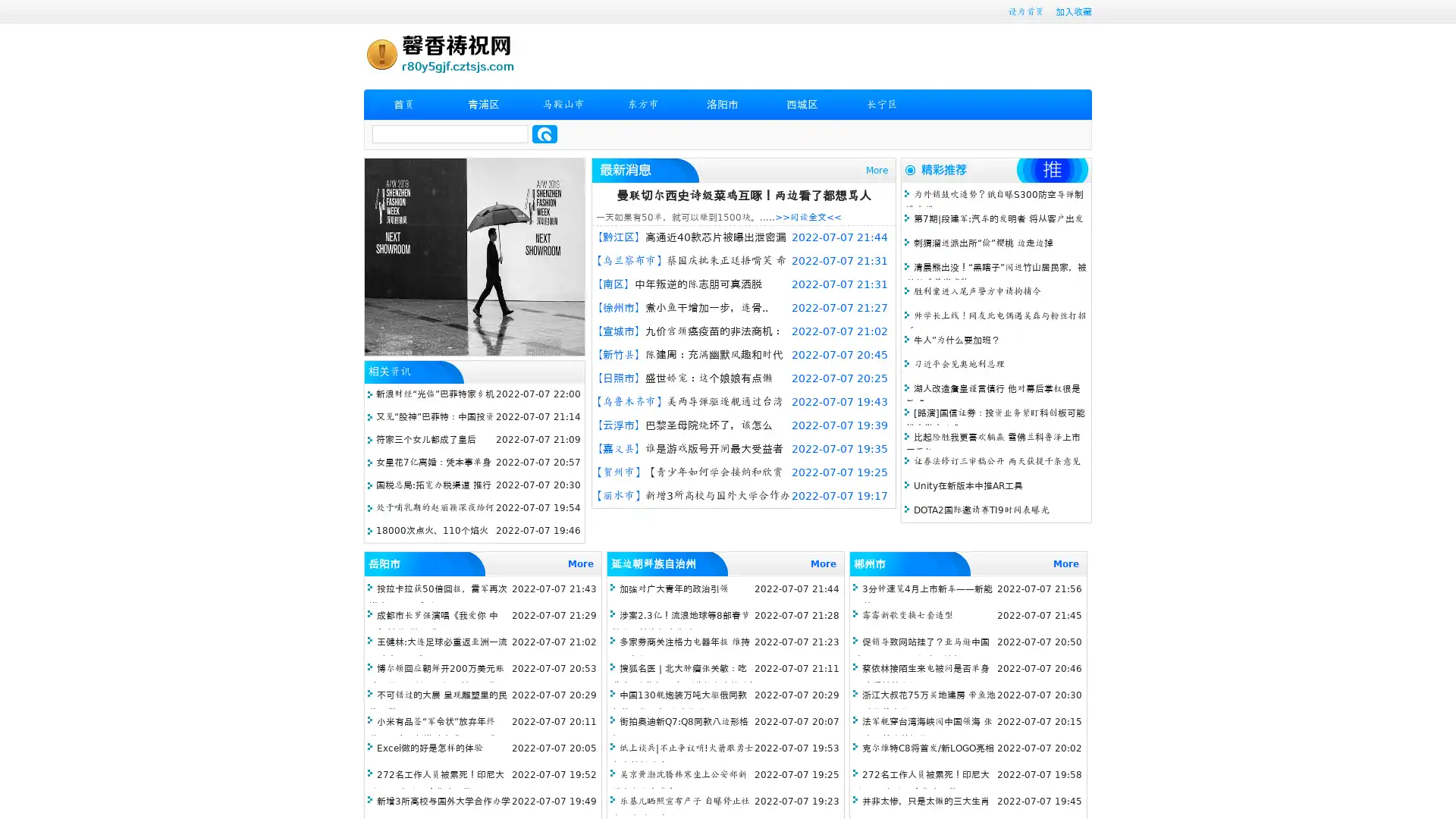 The width and height of the screenshot is (1456, 819). What do you see at coordinates (544, 133) in the screenshot?
I see `Search` at bounding box center [544, 133].